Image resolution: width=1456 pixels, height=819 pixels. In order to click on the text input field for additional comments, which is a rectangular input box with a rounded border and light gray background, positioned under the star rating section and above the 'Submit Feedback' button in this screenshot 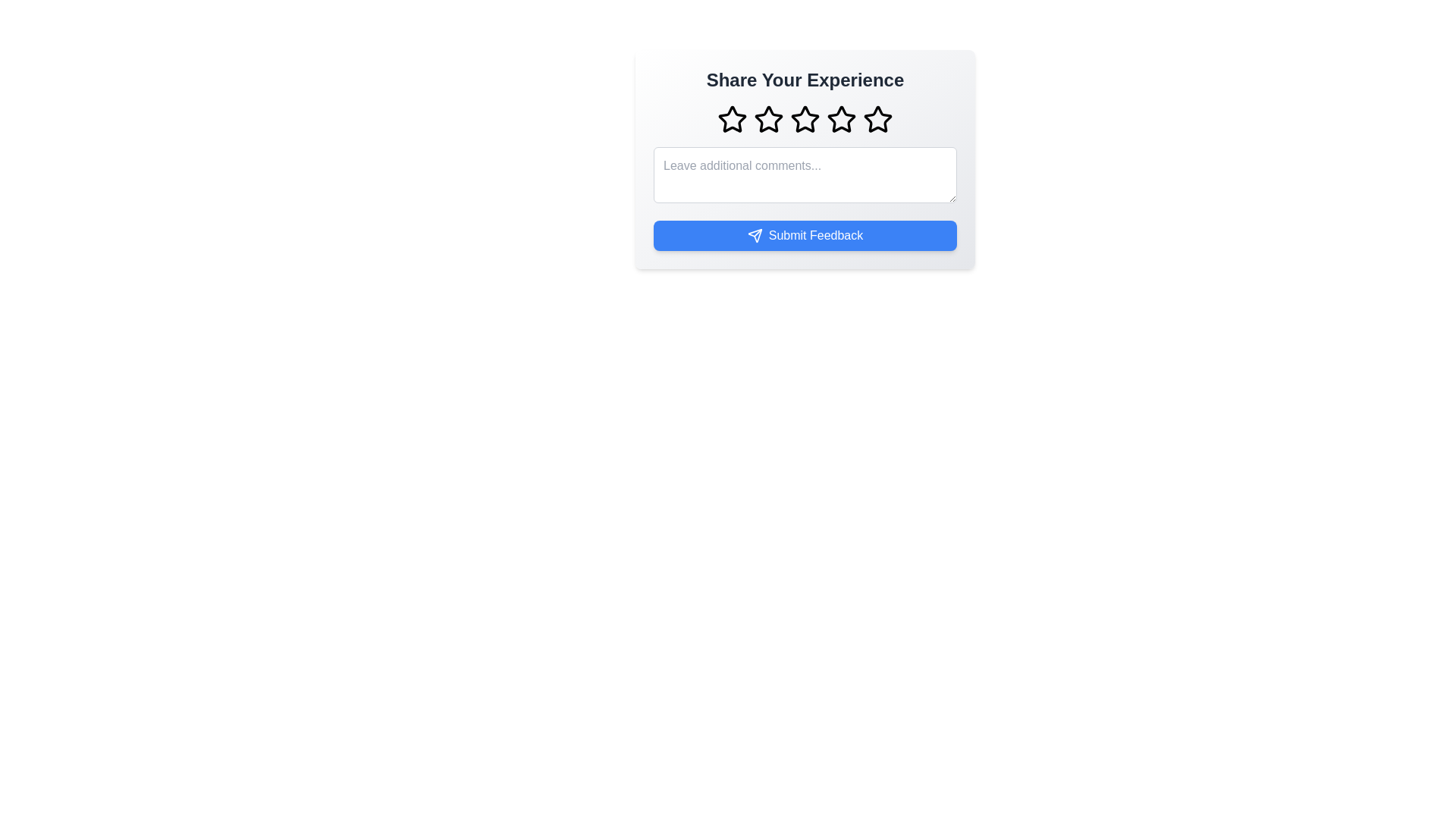, I will do `click(804, 159)`.